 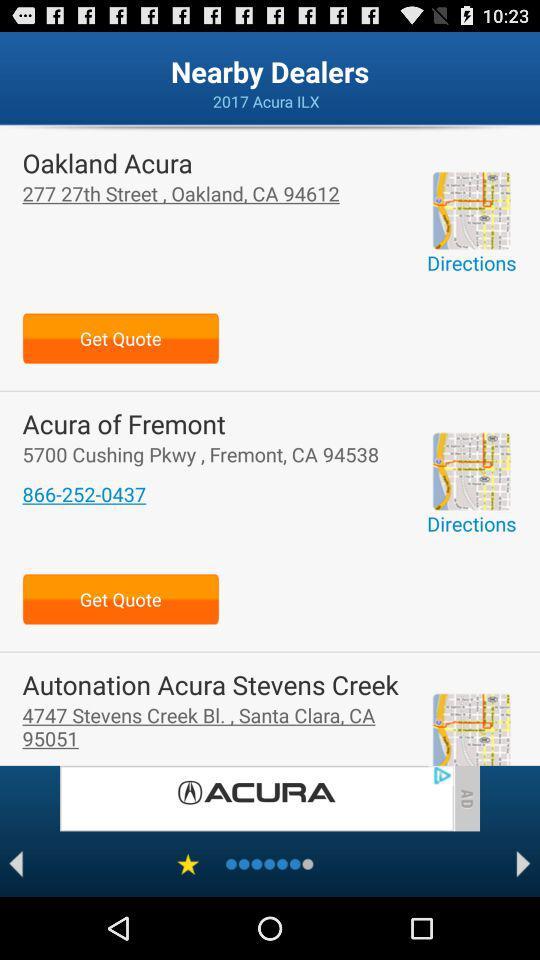 What do you see at coordinates (471, 210) in the screenshot?
I see `location option` at bounding box center [471, 210].